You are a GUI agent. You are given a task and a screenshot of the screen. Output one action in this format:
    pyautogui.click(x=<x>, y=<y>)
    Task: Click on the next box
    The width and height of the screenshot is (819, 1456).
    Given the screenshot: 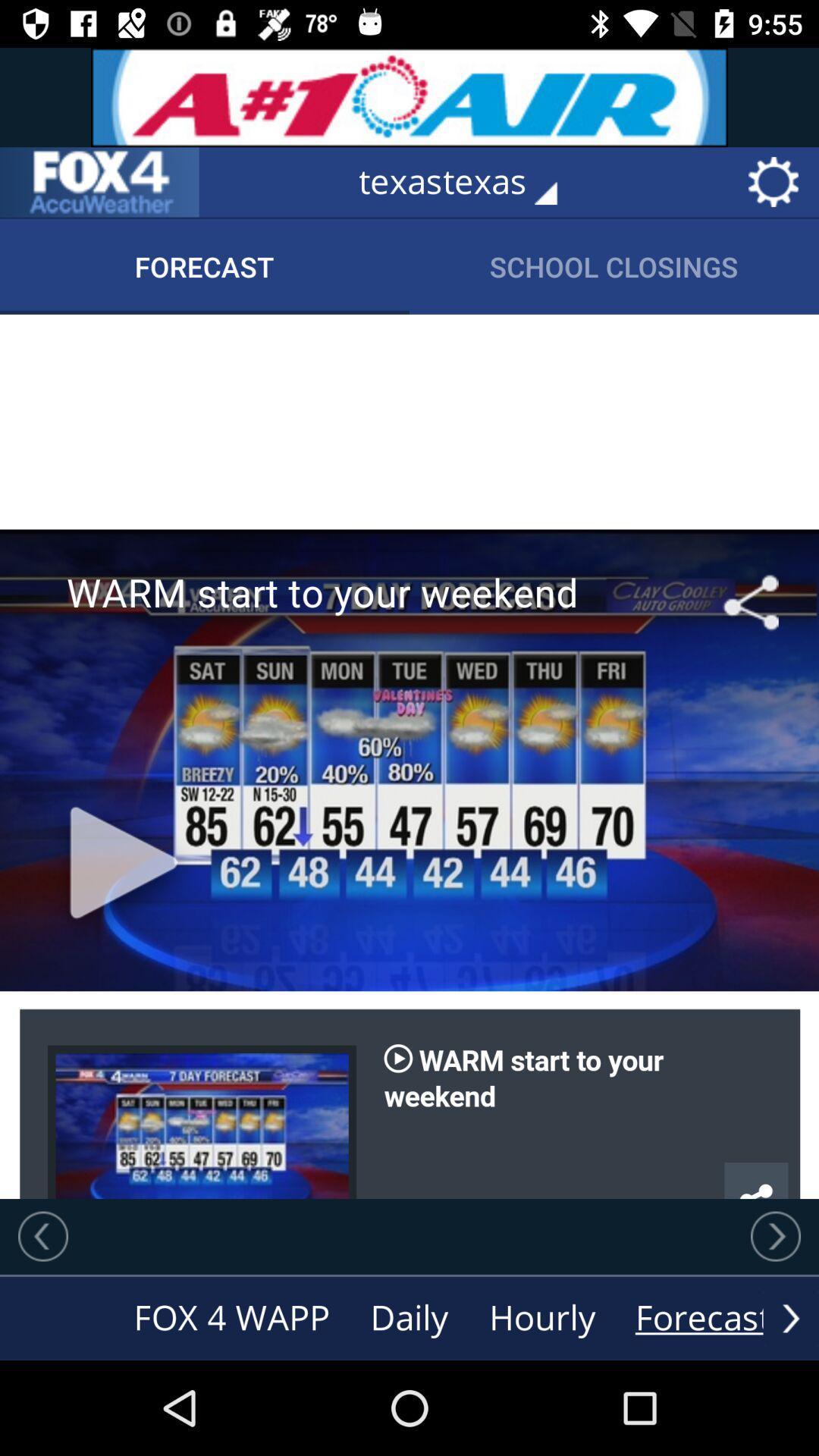 What is the action you would take?
    pyautogui.click(x=42, y=1236)
    